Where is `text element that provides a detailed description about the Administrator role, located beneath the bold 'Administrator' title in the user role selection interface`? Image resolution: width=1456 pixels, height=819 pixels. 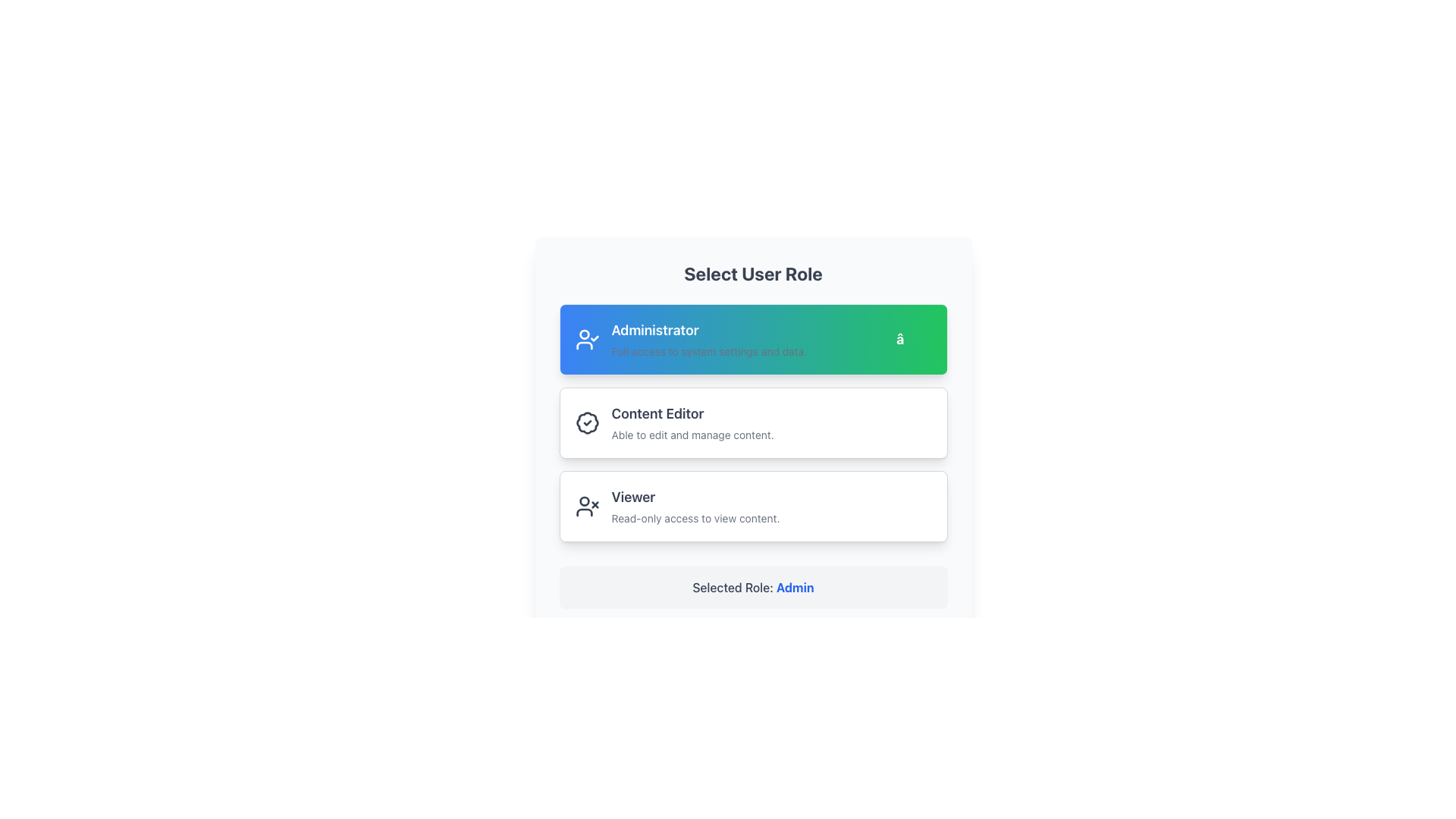
text element that provides a detailed description about the Administrator role, located beneath the bold 'Administrator' title in the user role selection interface is located at coordinates (748, 351).